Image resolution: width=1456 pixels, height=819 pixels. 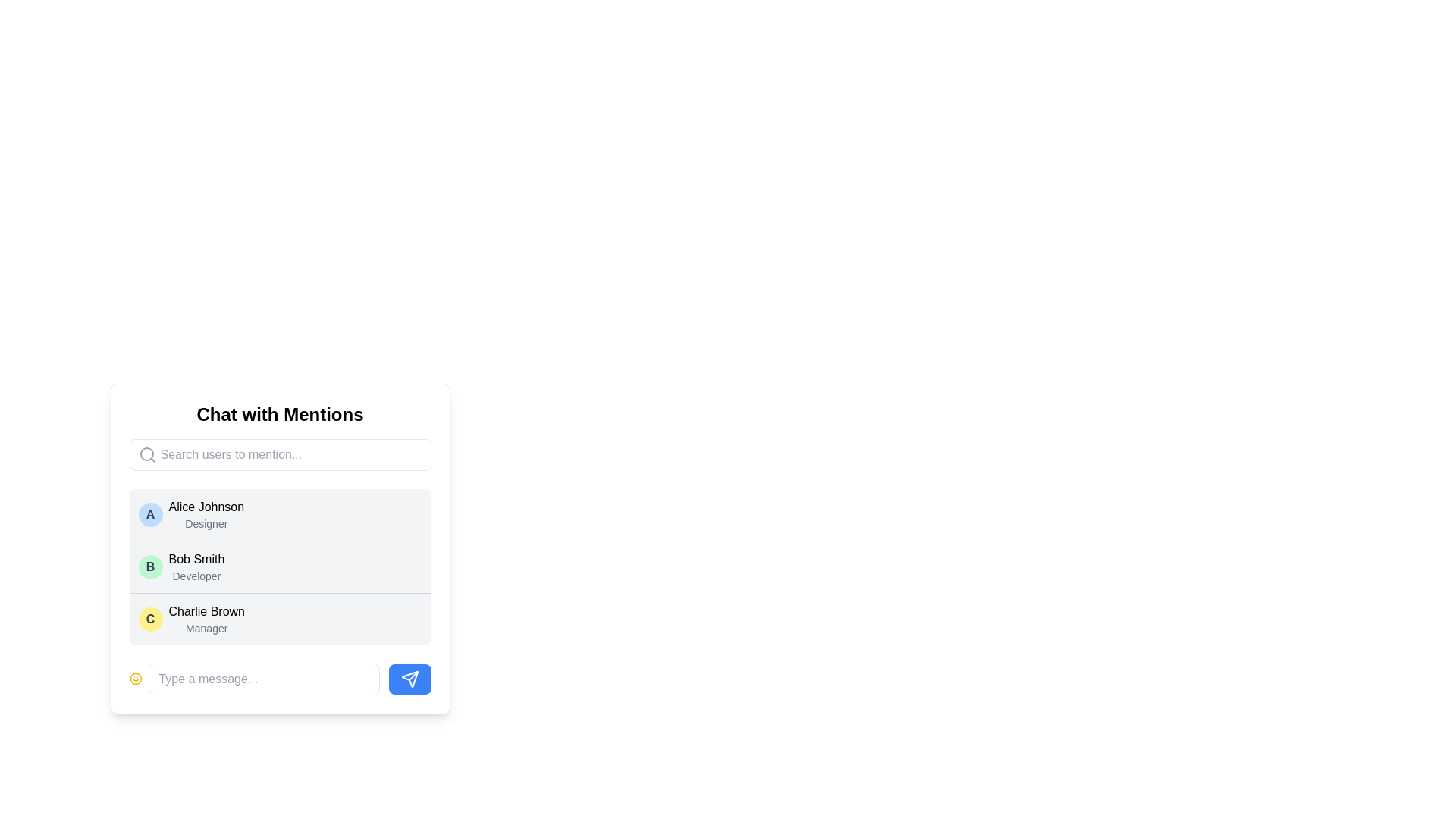 I want to click on the Label displaying 'Bob Smith' and 'Developer', which is the second item in the vertical menu of the chat interface, so click(x=196, y=567).